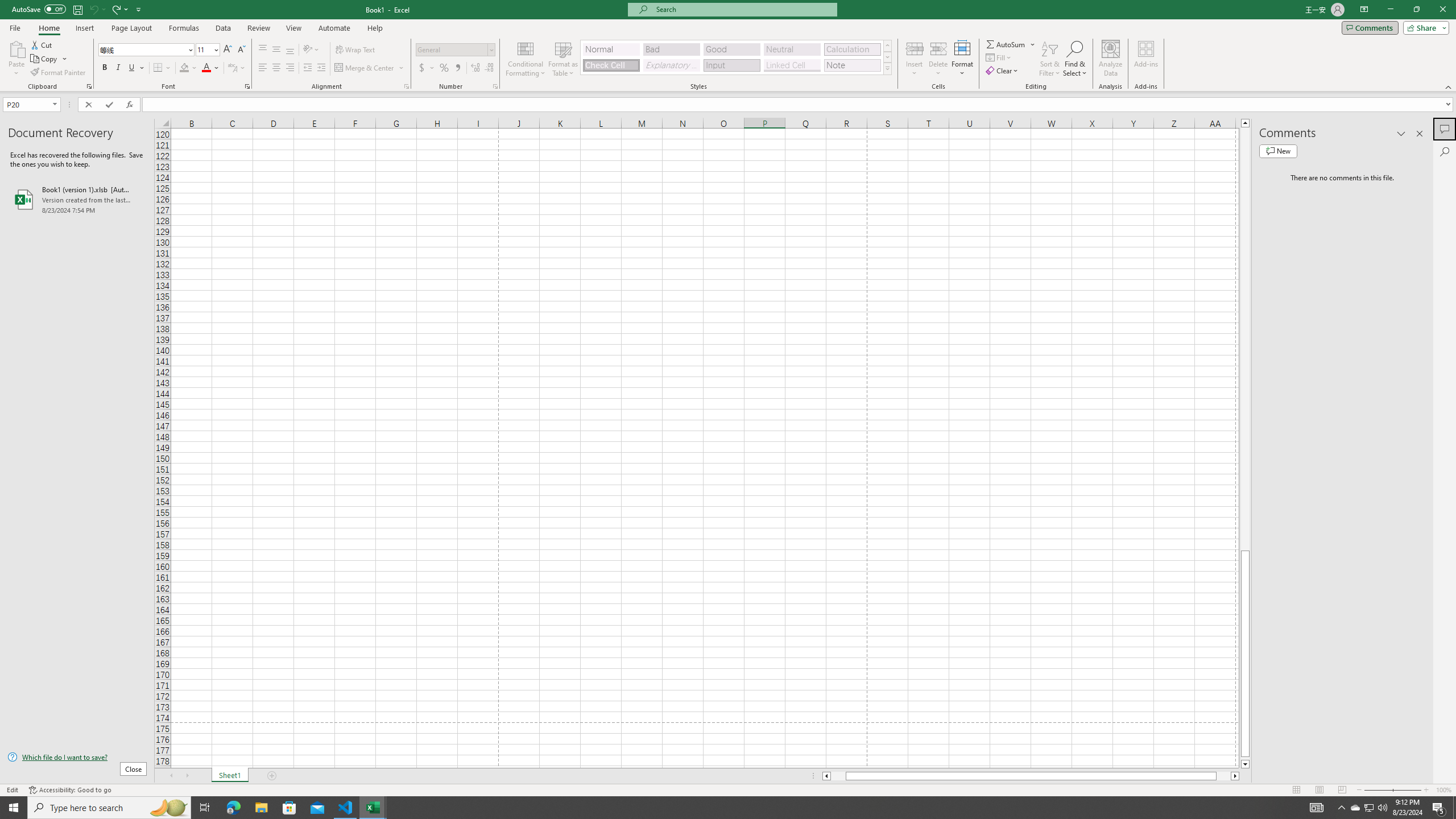 The height and width of the screenshot is (819, 1456). Describe the element at coordinates (241, 49) in the screenshot. I see `'Decrease Font Size'` at that location.